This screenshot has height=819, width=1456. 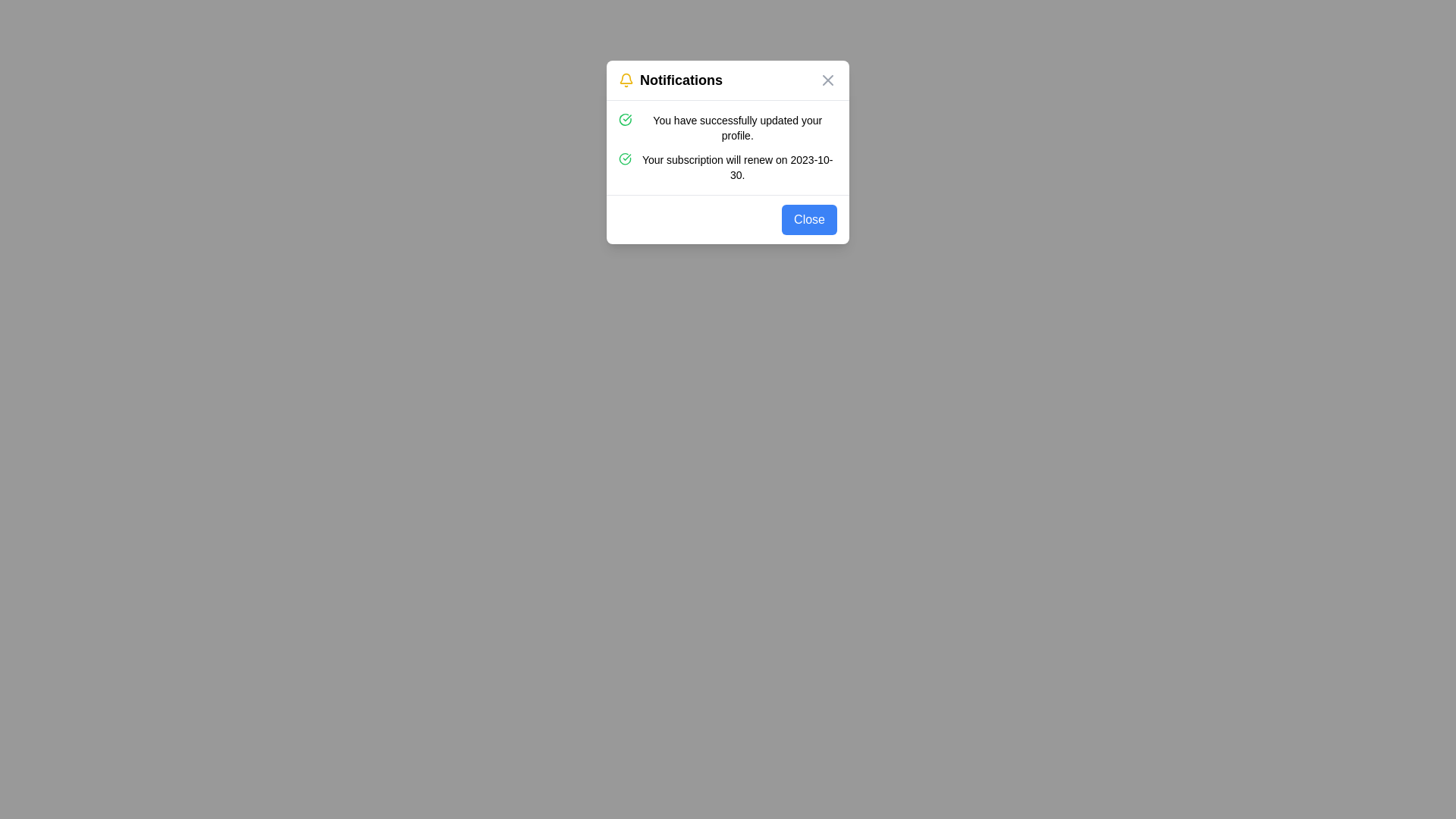 I want to click on the green circular icon with a checkmark, which indicates a successful or completed action, located to the left of the text 'Your subscription will renew on 2023-10-30.', so click(x=625, y=158).